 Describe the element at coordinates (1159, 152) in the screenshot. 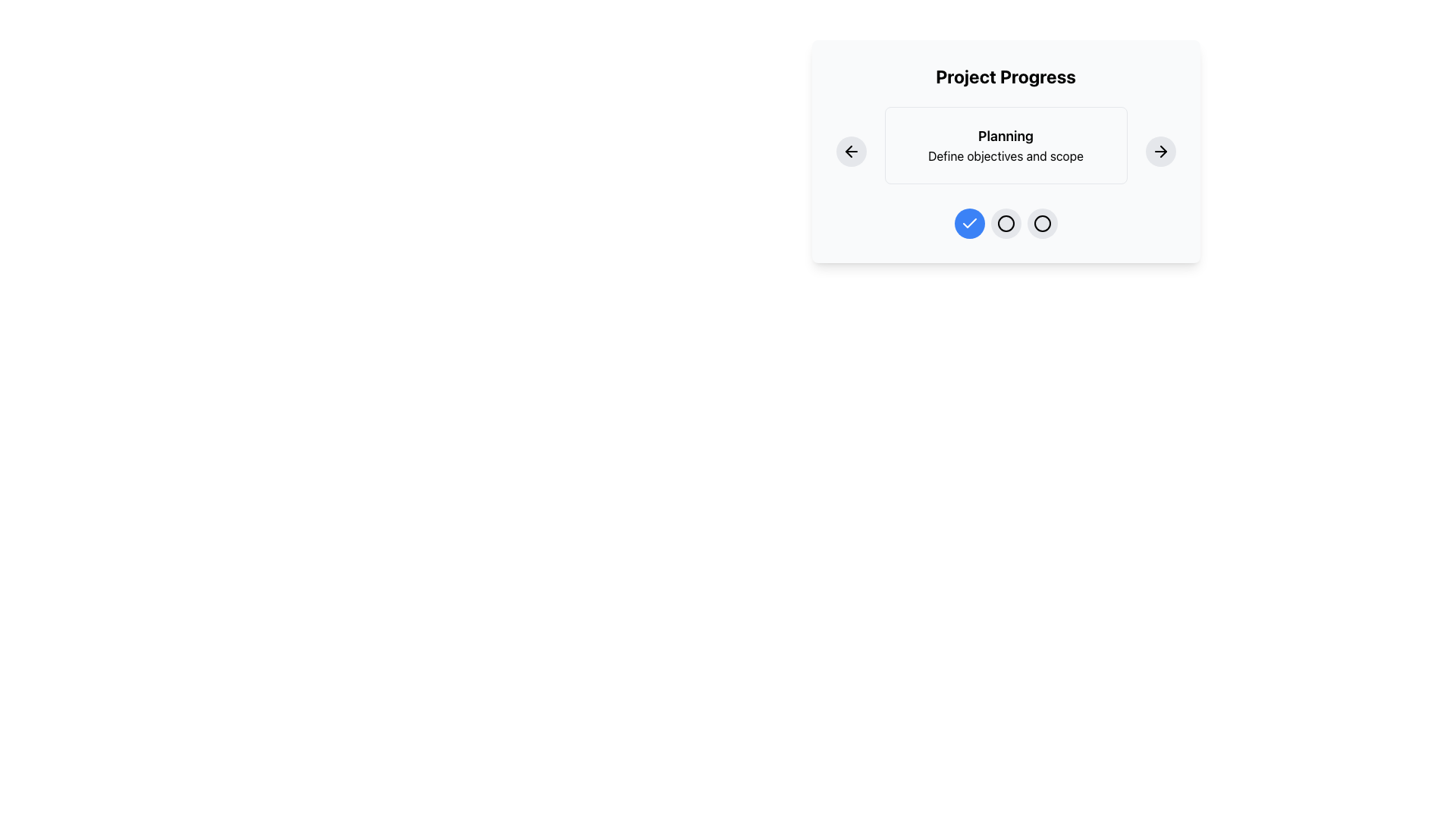

I see `the right-pointing arrow icon within the circular button on the 'Project Progress' card` at that location.